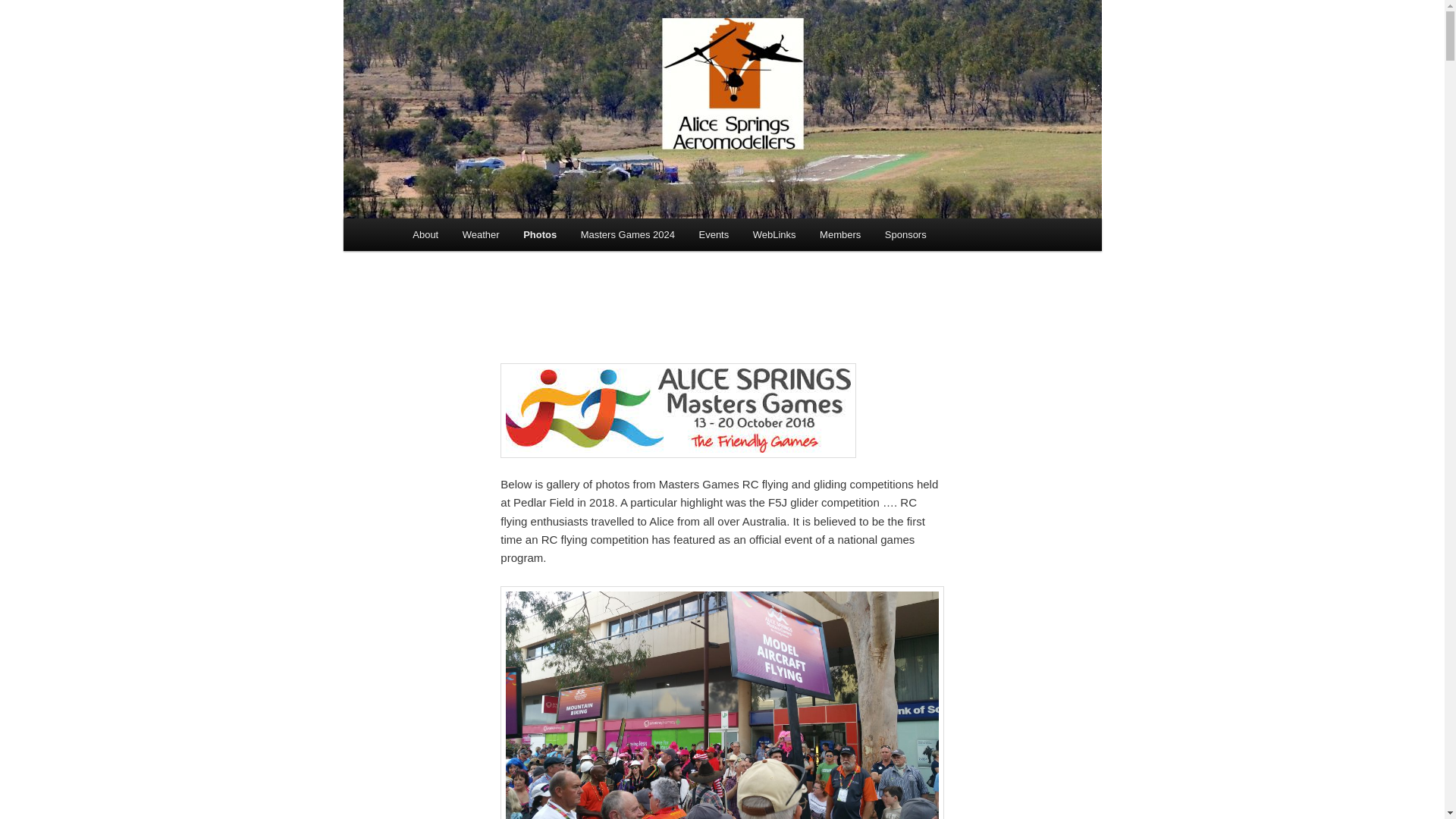 This screenshot has height=819, width=1456. Describe the element at coordinates (741, 234) in the screenshot. I see `'WebLinks'` at that location.